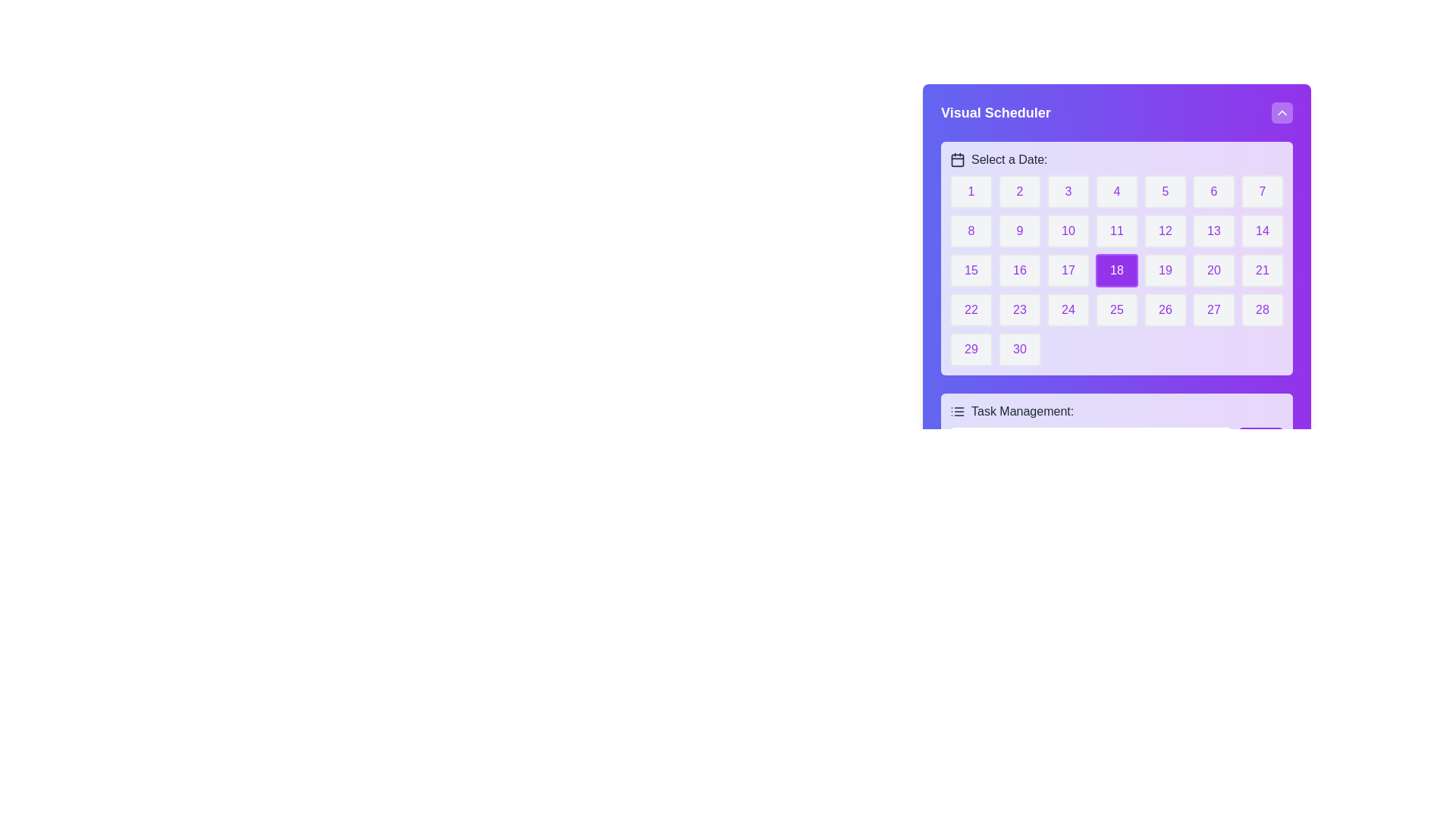 This screenshot has width=1456, height=819. Describe the element at coordinates (1009, 160) in the screenshot. I see `text of the label positioned to the right of the calendar icon in the calendar widget interface` at that location.